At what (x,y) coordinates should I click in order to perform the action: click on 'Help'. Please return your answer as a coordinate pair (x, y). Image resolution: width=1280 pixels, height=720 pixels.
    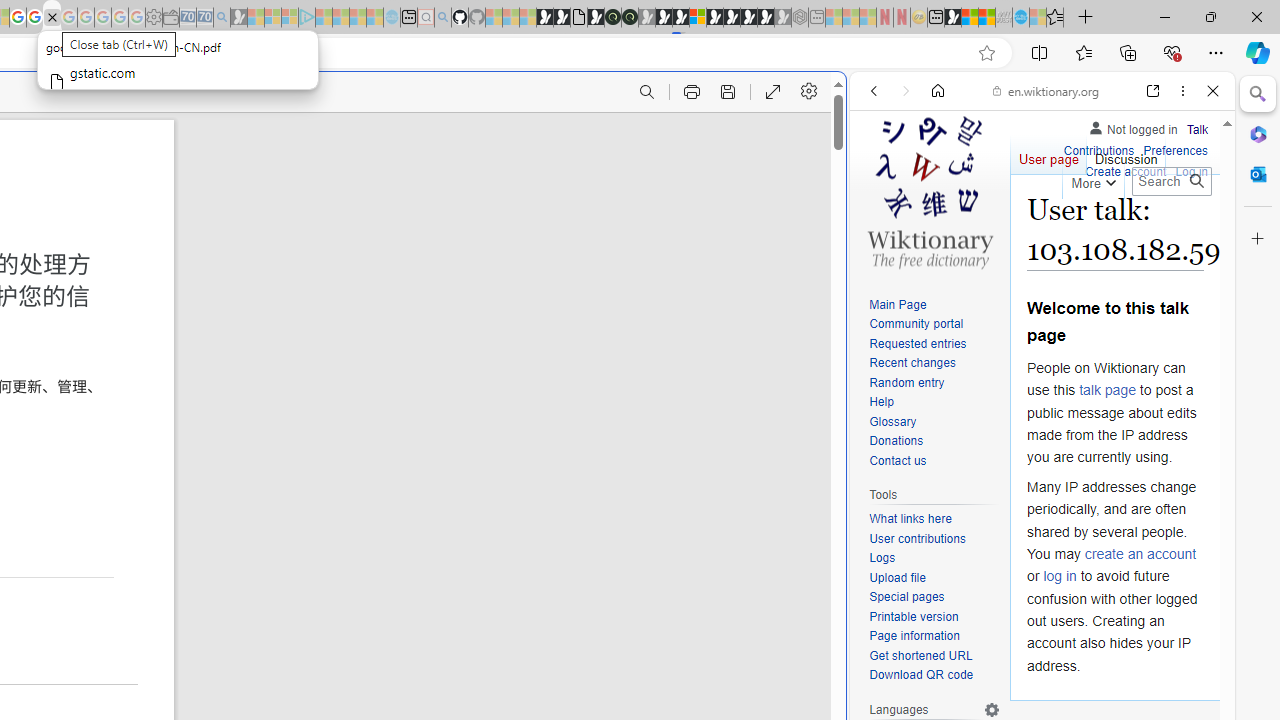
    Looking at the image, I should click on (880, 402).